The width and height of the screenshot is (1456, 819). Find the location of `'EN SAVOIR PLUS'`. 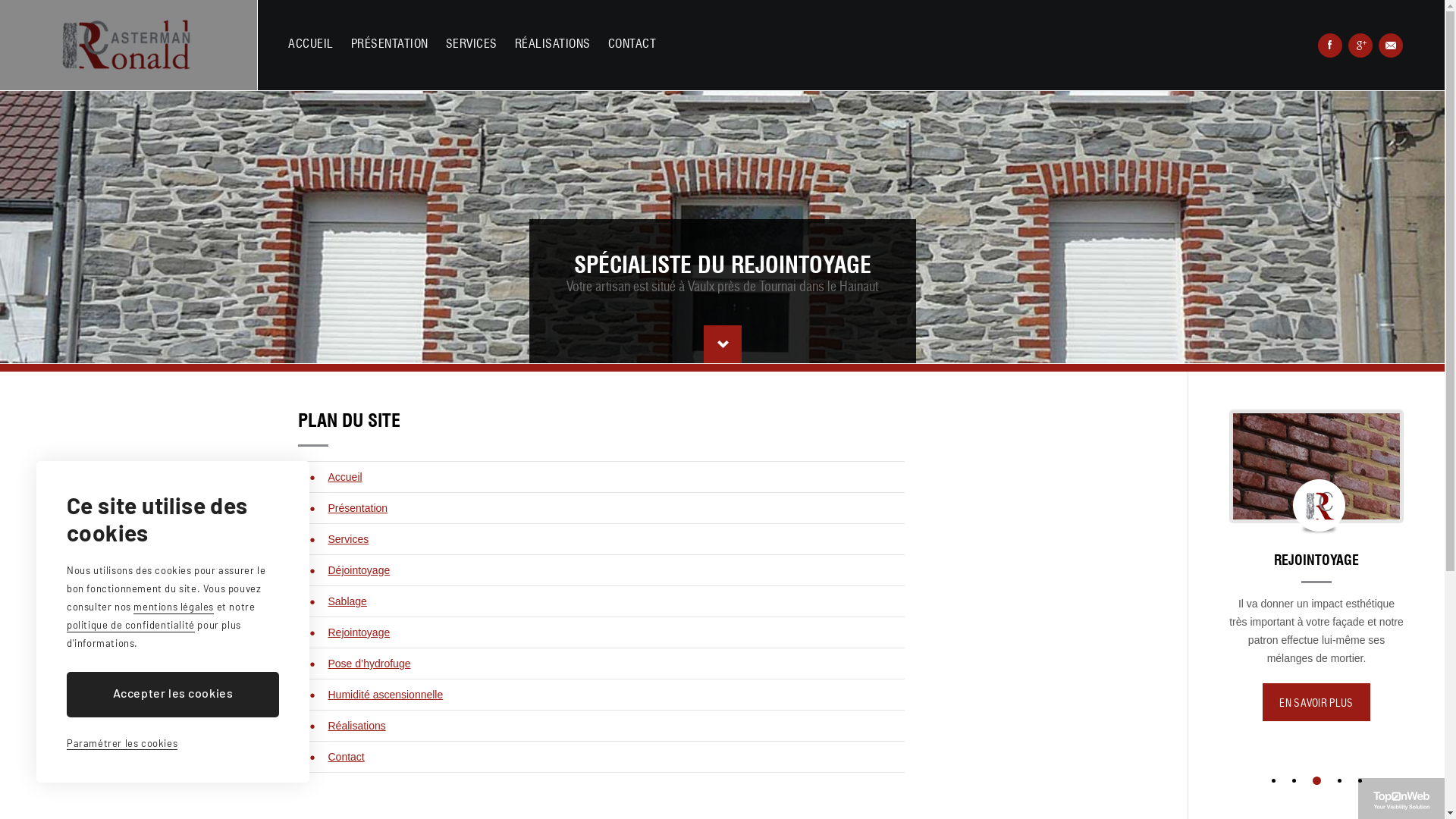

'EN SAVOIR PLUS' is located at coordinates (1263, 719).